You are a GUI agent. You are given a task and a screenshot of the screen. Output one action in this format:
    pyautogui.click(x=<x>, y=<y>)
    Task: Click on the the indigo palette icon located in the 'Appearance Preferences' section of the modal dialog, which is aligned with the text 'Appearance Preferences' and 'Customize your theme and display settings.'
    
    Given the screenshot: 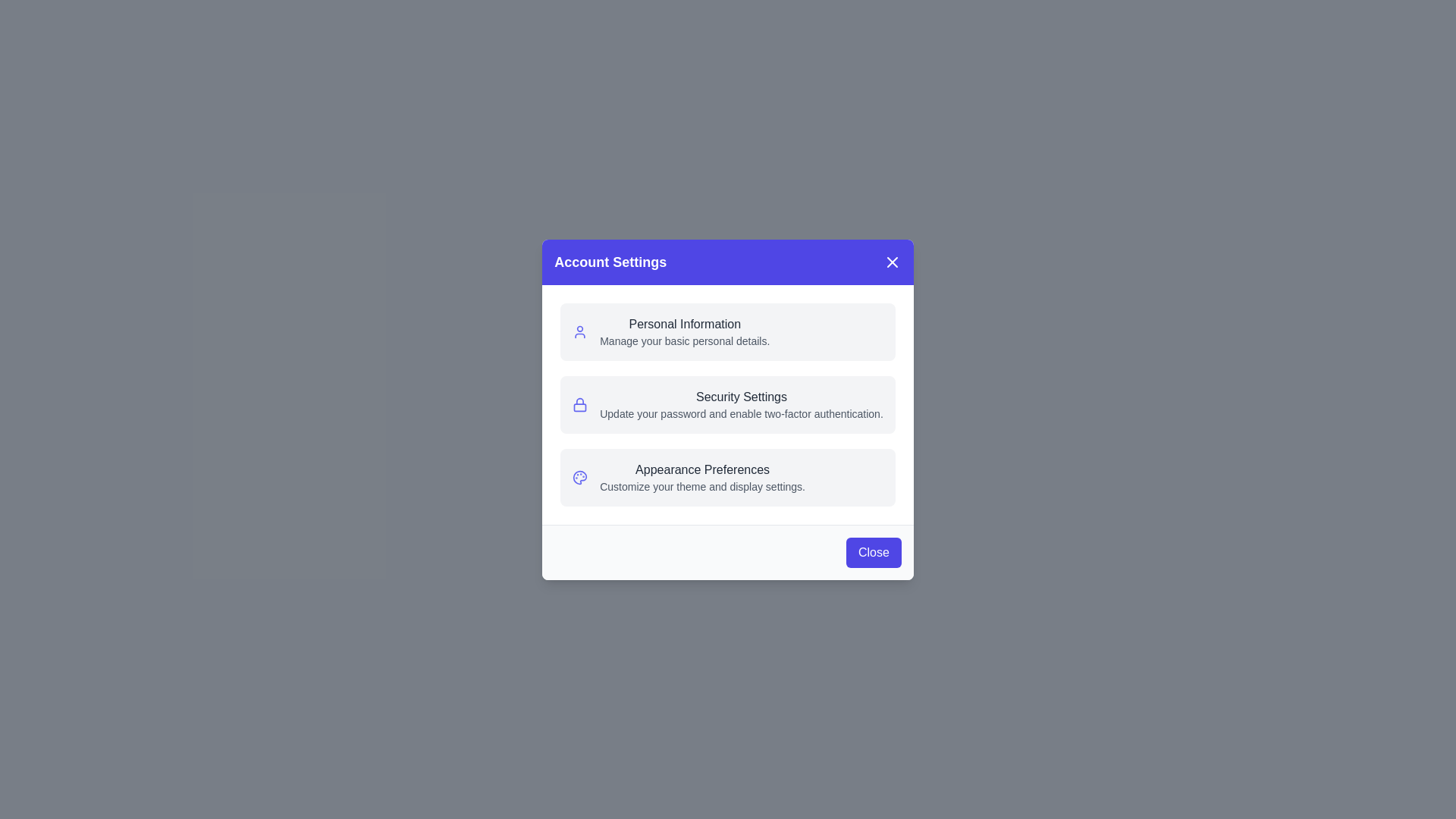 What is the action you would take?
    pyautogui.click(x=579, y=476)
    